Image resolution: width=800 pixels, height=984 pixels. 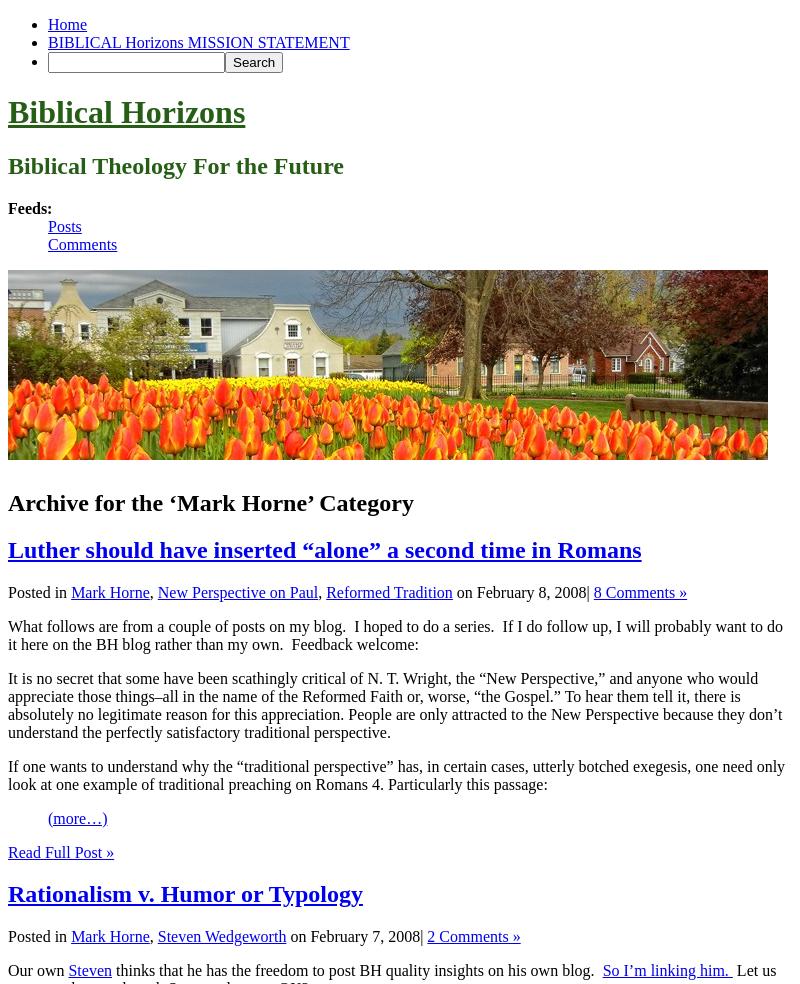 I want to click on 'Feeds:', so click(x=30, y=207).